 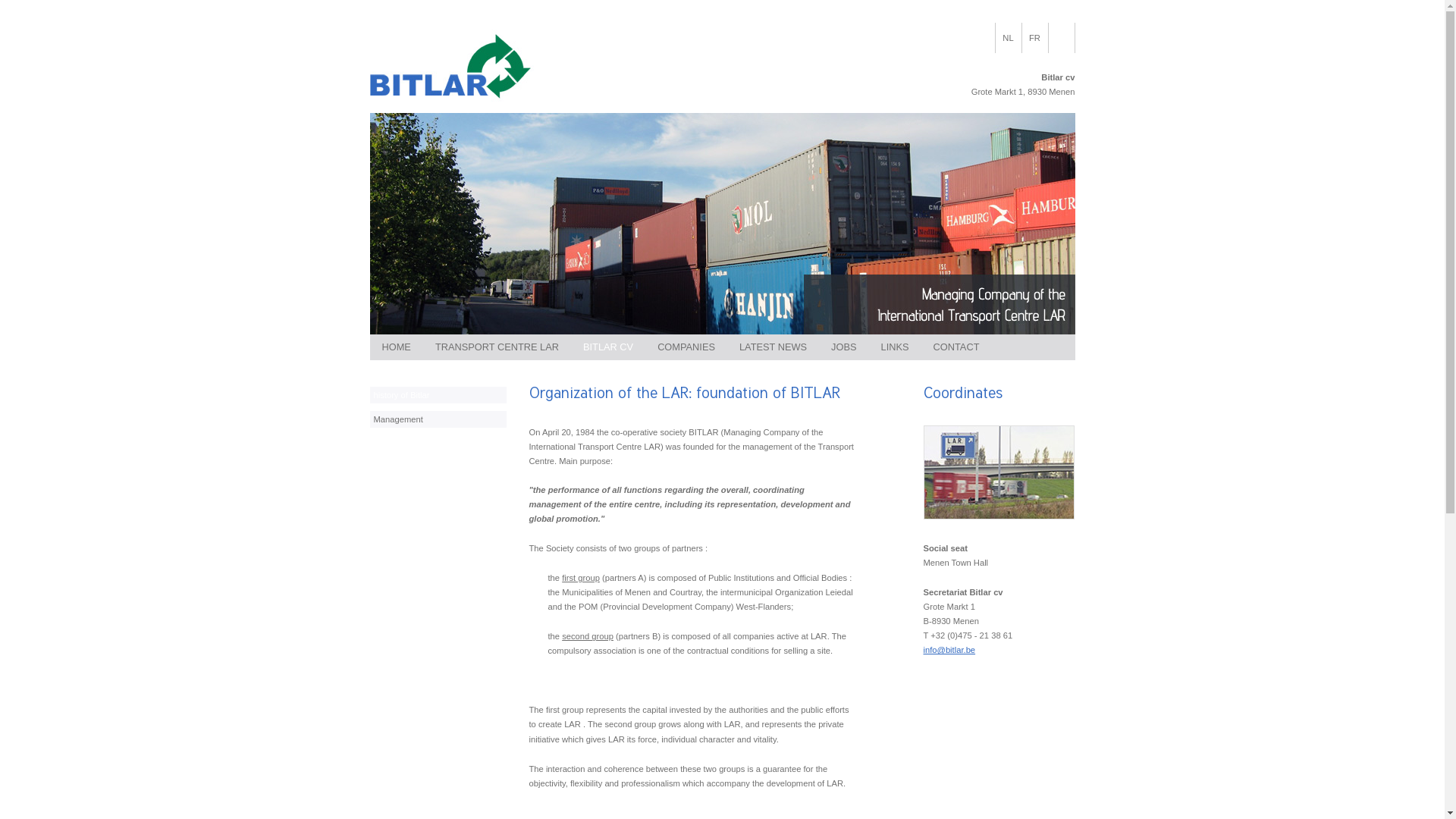 What do you see at coordinates (497, 347) in the screenshot?
I see `'TRANSPORT CENTRE LAR'` at bounding box center [497, 347].